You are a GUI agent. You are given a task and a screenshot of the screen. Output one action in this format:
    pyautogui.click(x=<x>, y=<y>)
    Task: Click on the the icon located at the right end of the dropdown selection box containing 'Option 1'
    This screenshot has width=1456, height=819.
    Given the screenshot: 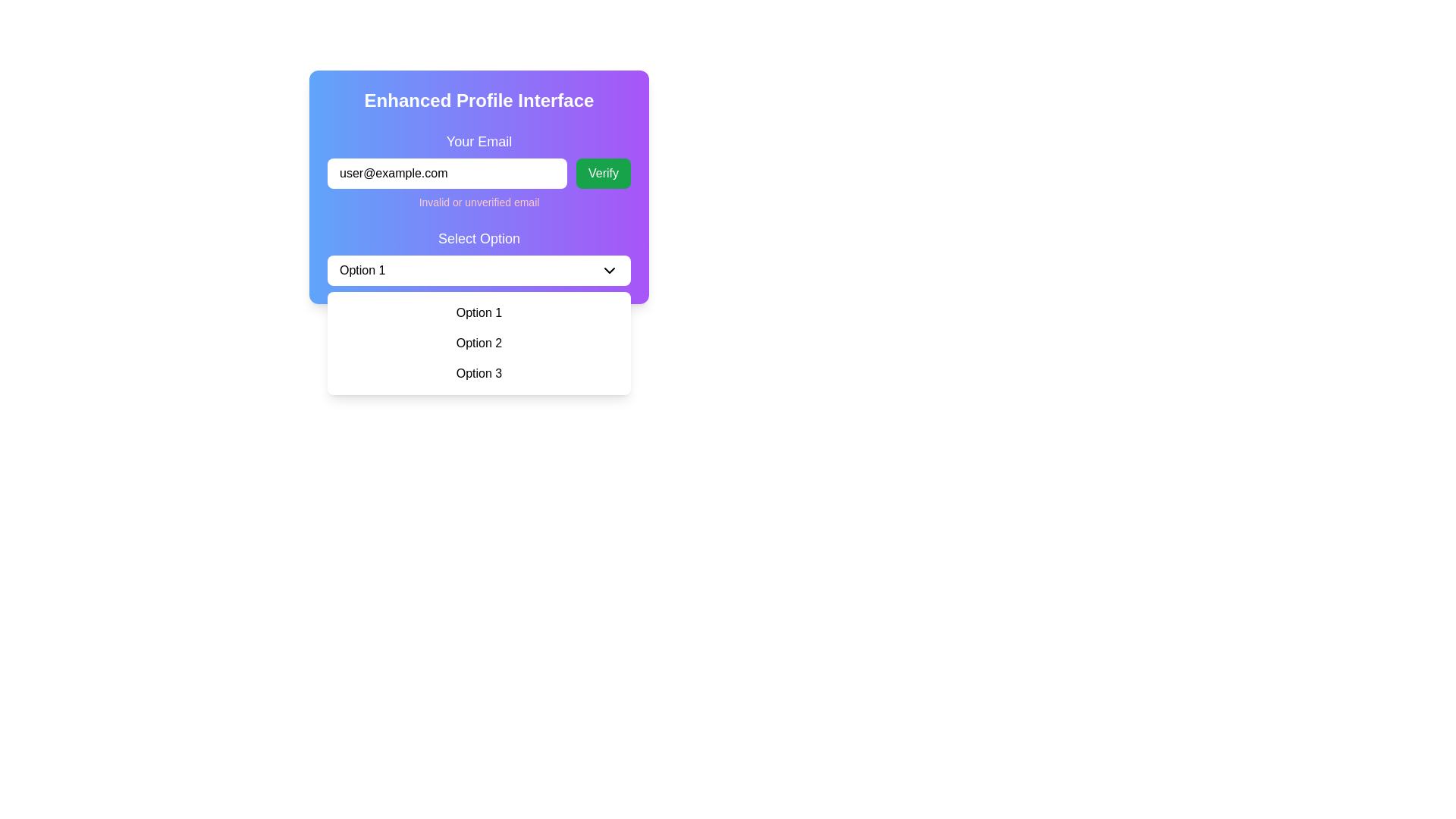 What is the action you would take?
    pyautogui.click(x=610, y=270)
    